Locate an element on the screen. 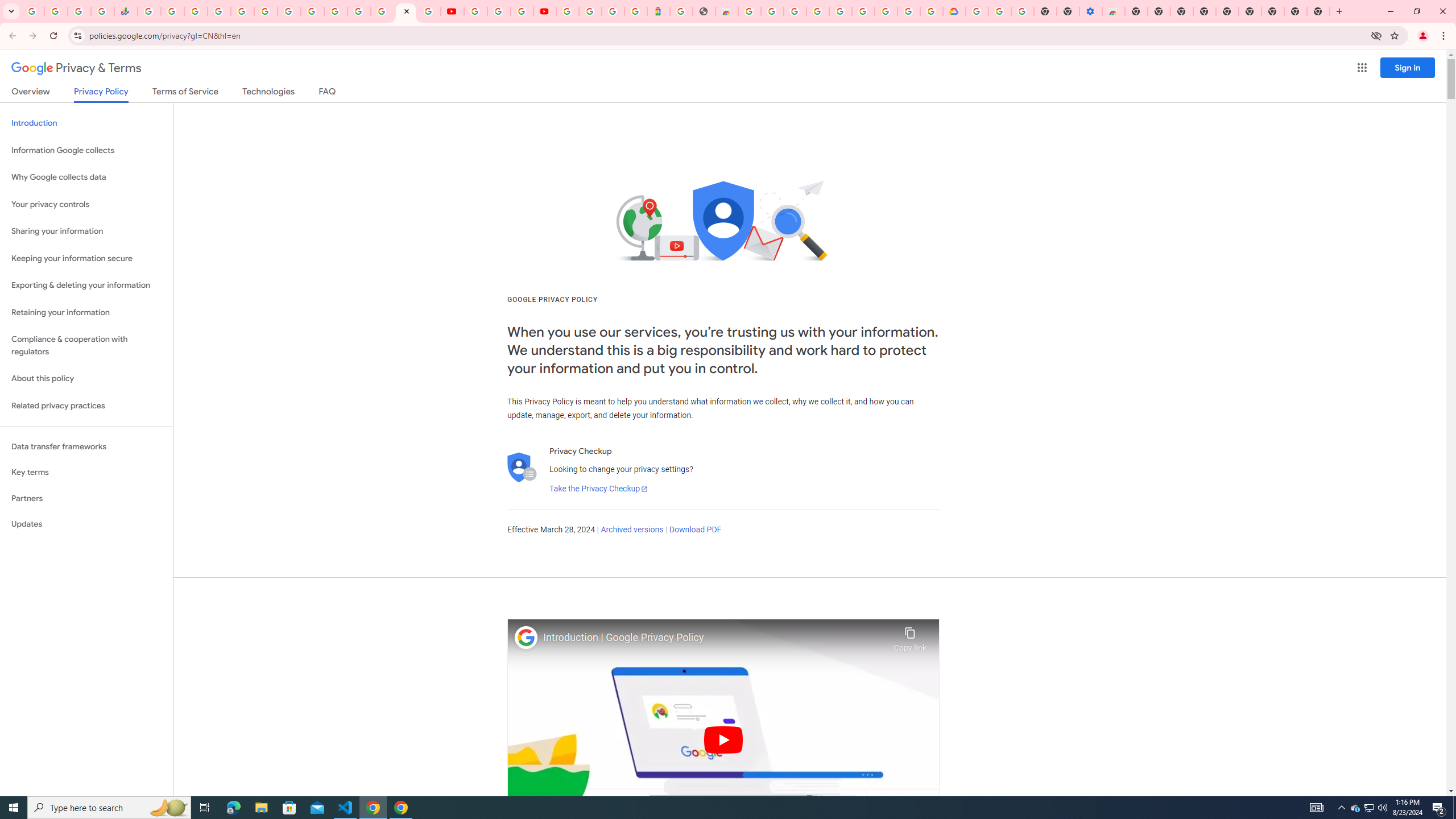 This screenshot has width=1456, height=819. 'Information Google collects' is located at coordinates (86, 150).